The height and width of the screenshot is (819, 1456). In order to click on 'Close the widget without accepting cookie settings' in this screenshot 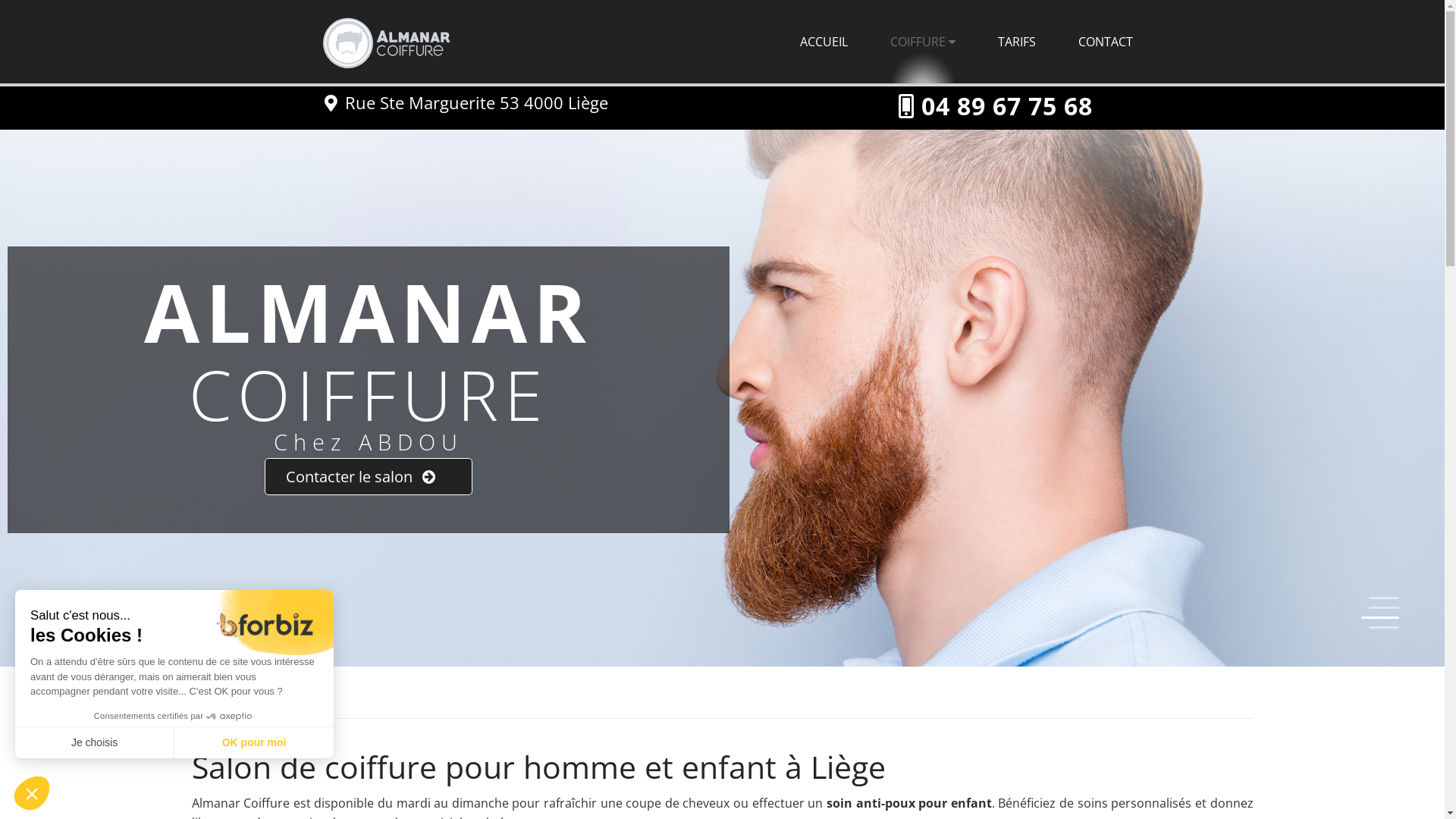, I will do `click(32, 792)`.